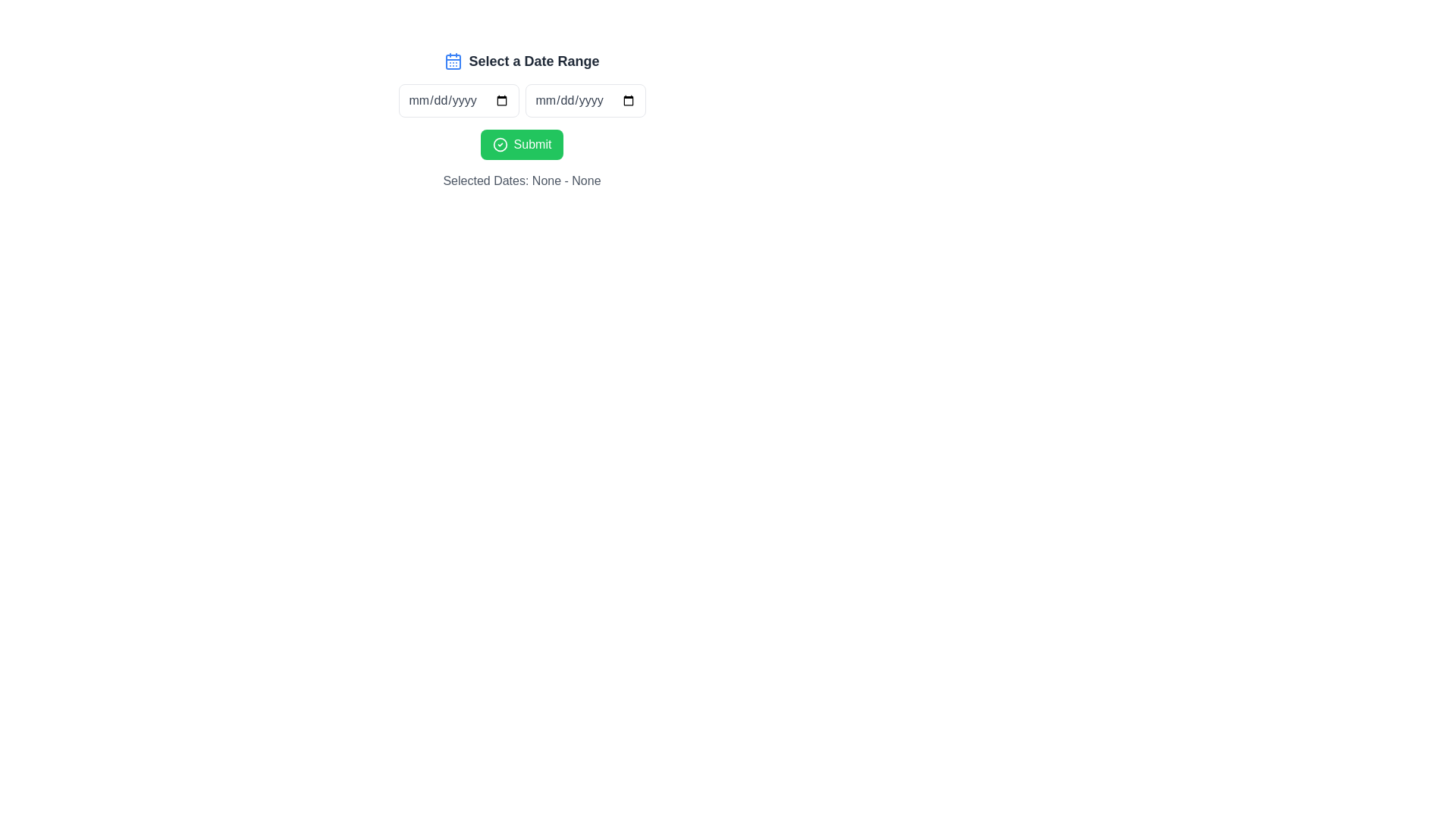 The height and width of the screenshot is (819, 1456). I want to click on the green 'Submit' button with a white check icon, so click(521, 145).